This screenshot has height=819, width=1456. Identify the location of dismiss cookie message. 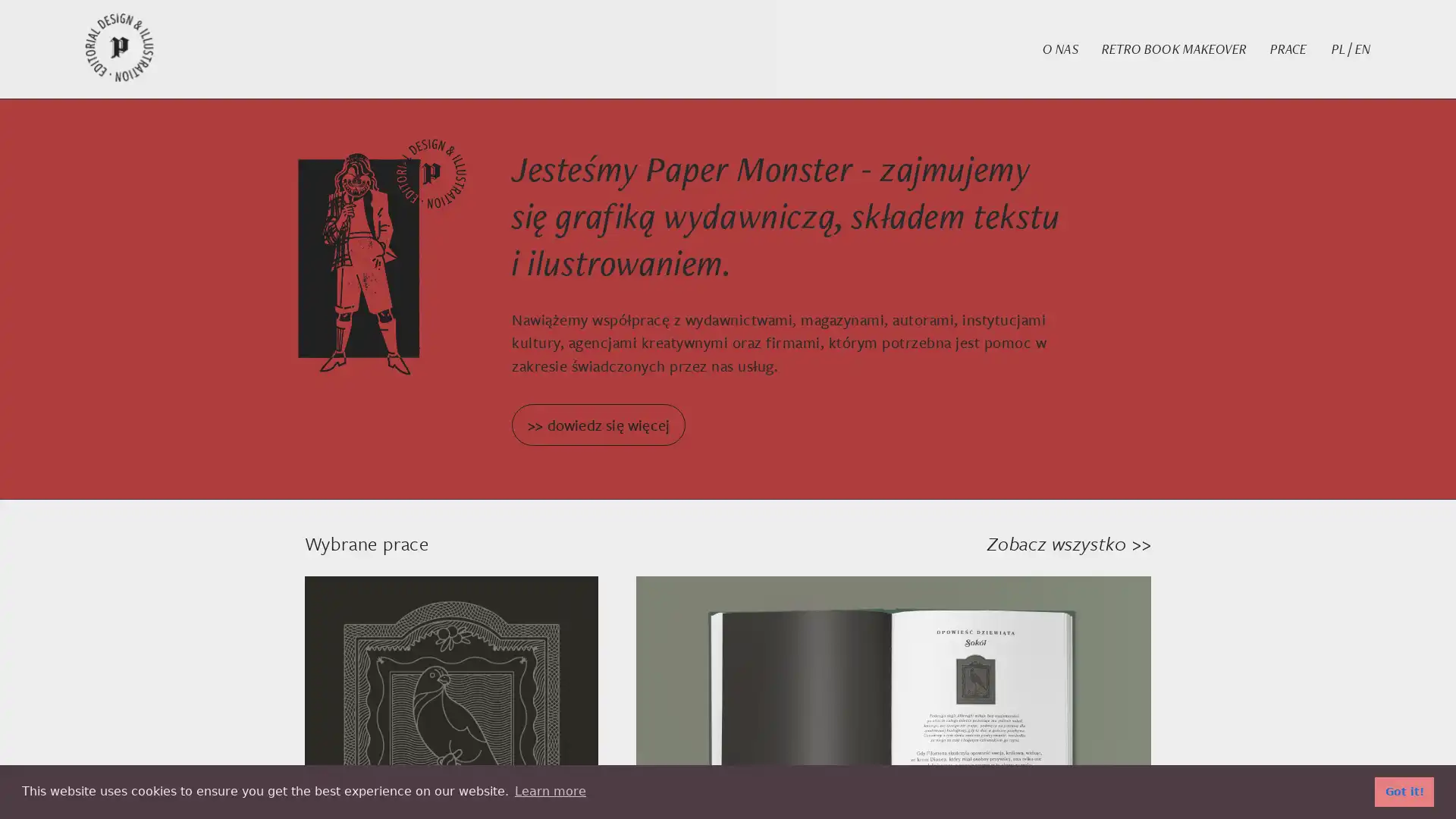
(1404, 791).